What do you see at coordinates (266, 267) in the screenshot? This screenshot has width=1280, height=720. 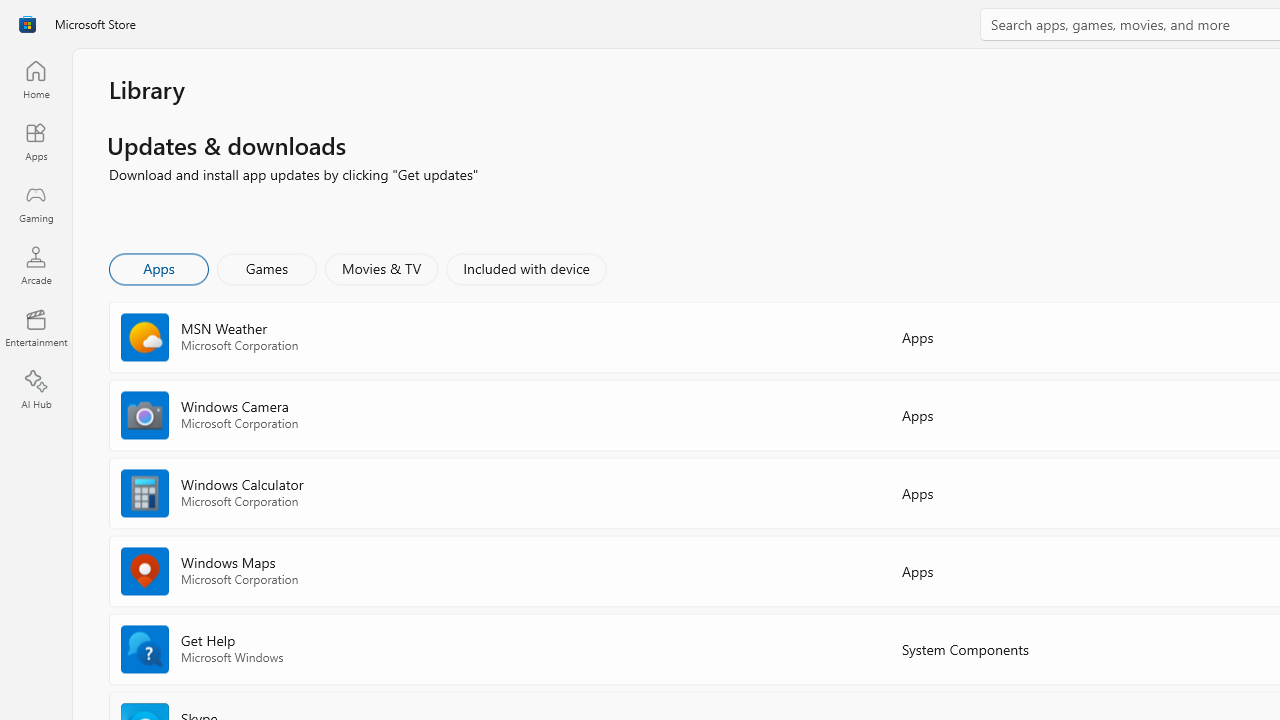 I see `'Games'` at bounding box center [266, 267].